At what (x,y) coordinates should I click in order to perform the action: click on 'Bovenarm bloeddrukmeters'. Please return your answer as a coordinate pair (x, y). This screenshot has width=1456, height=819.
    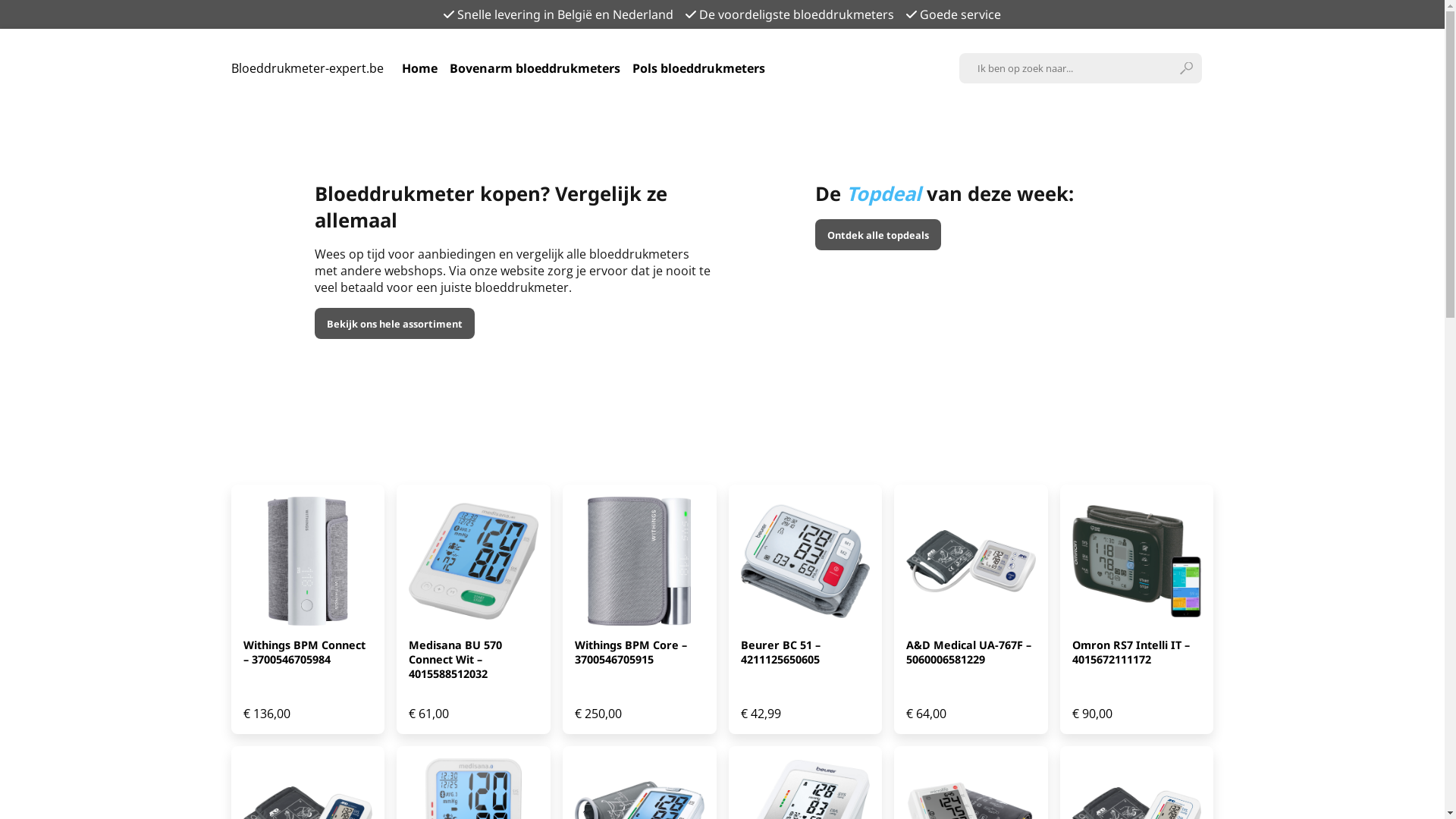
    Looking at the image, I should click on (447, 67).